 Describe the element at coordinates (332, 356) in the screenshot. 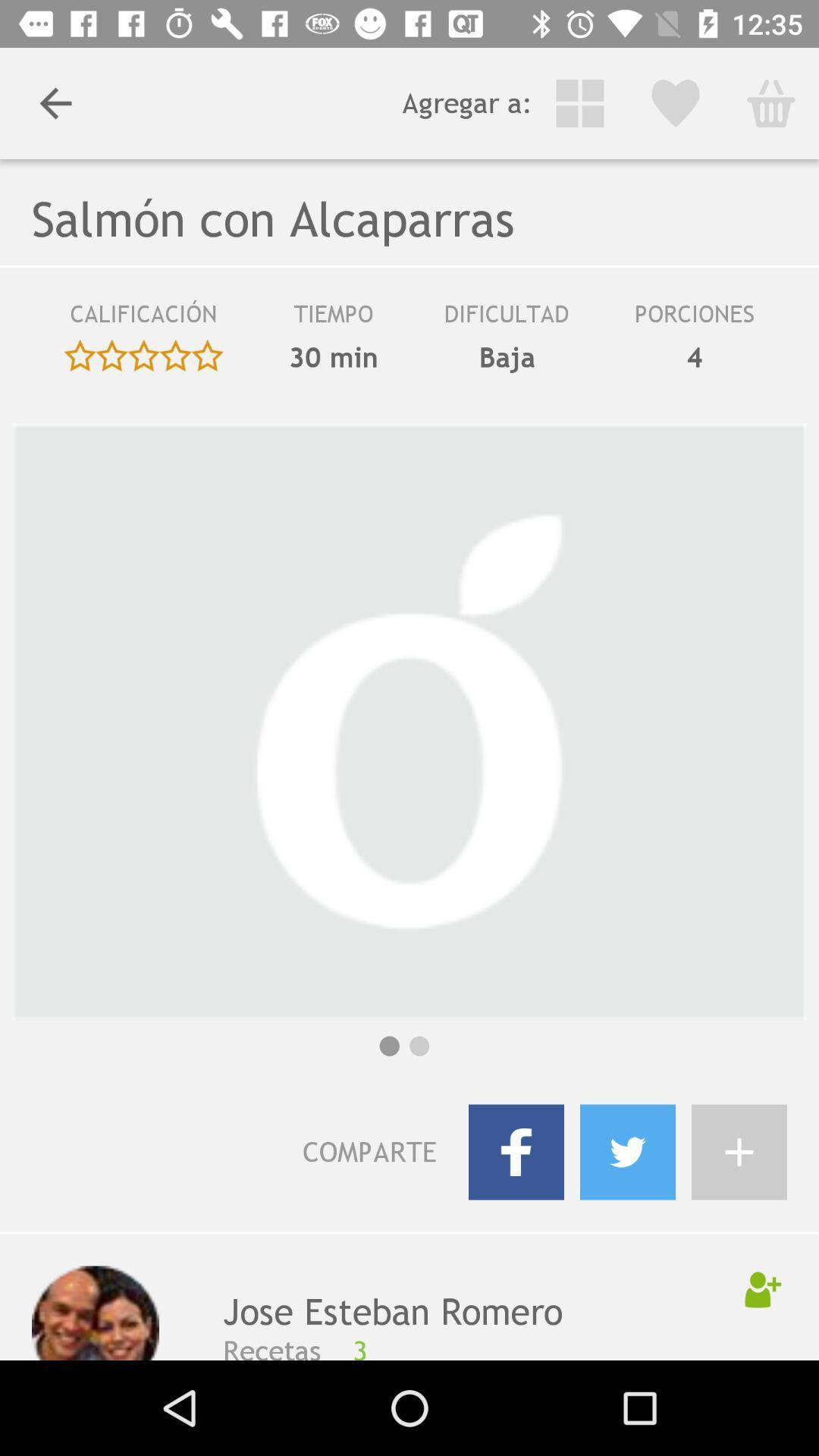

I see `icon next to dificultad item` at that location.